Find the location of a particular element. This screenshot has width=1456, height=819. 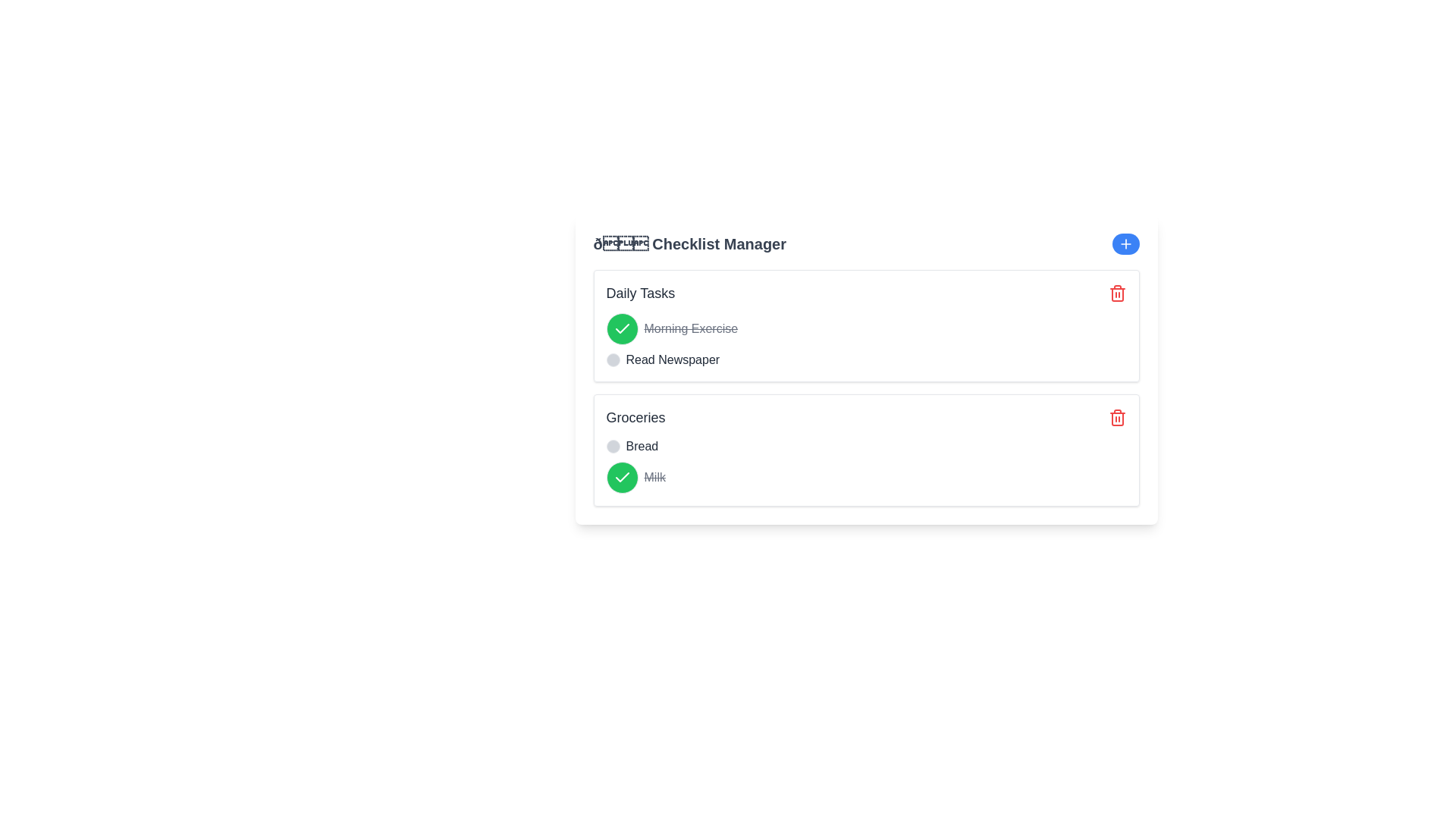

the List Item labeled 'Read Newspaper' located under the 'Daily Tasks' section is located at coordinates (866, 359).